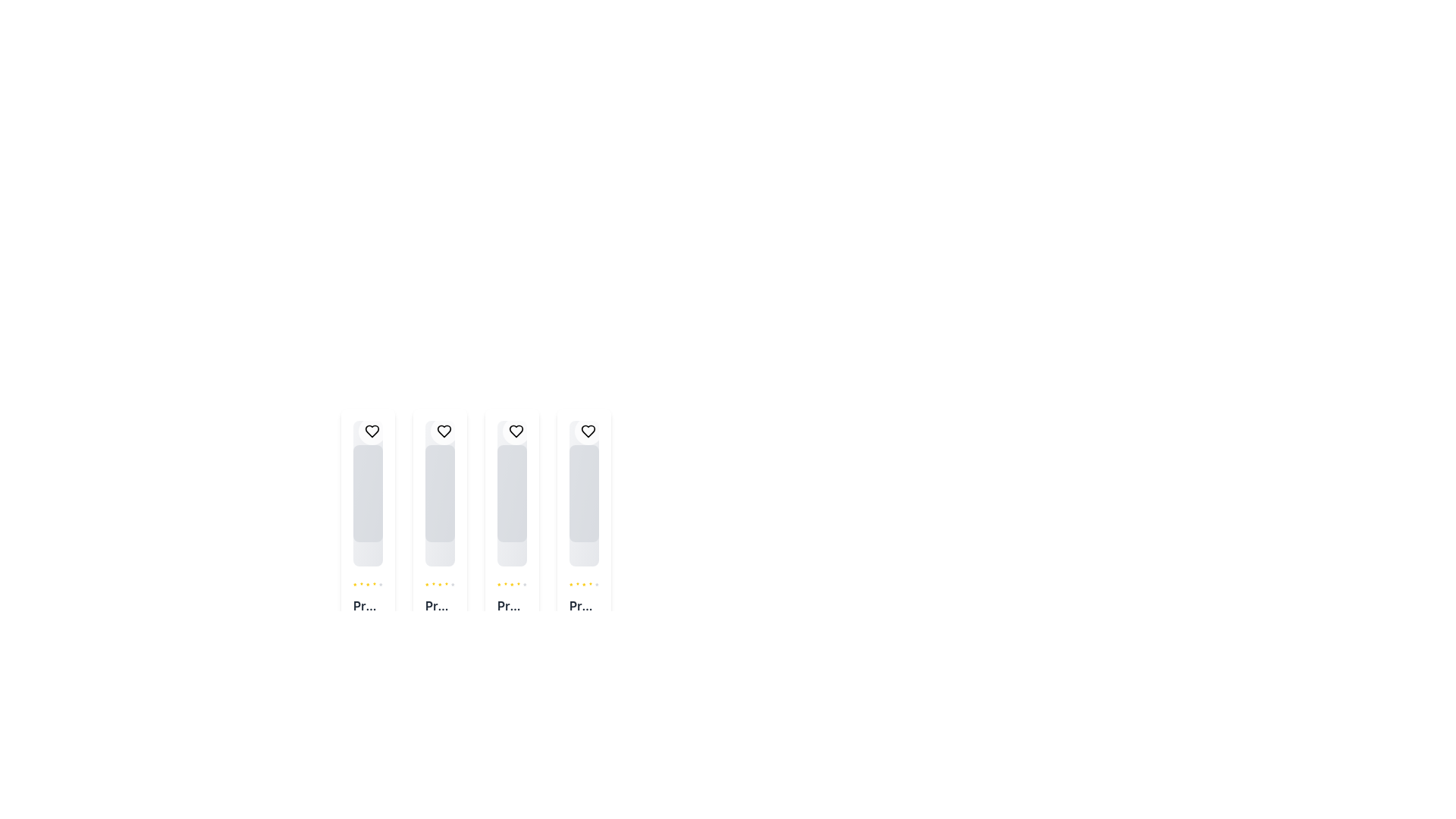  I want to click on the fourth star icon in a row of five yellow stars, so click(512, 584).